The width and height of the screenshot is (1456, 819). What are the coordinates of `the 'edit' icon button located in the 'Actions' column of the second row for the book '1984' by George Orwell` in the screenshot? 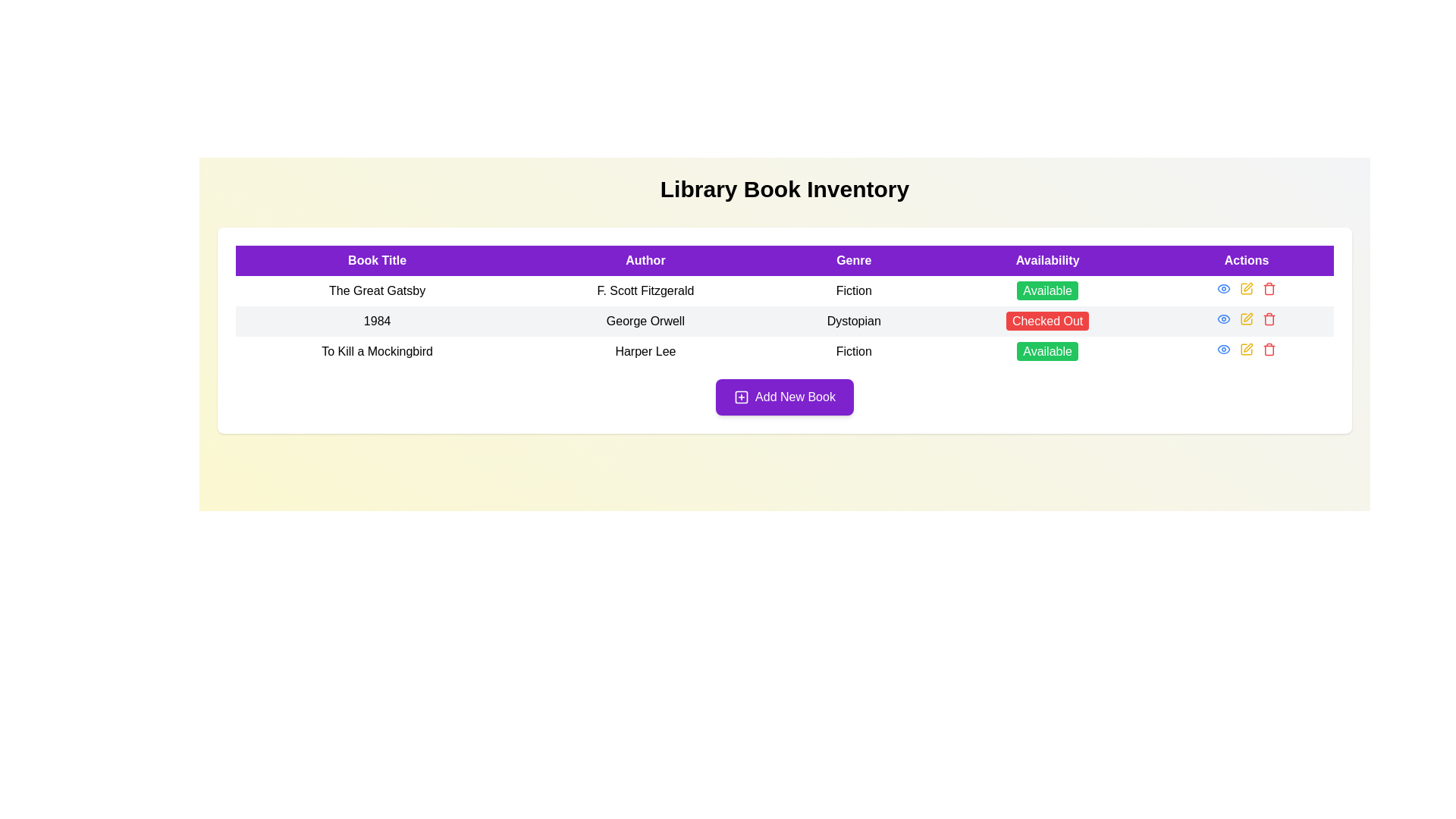 It's located at (1248, 287).